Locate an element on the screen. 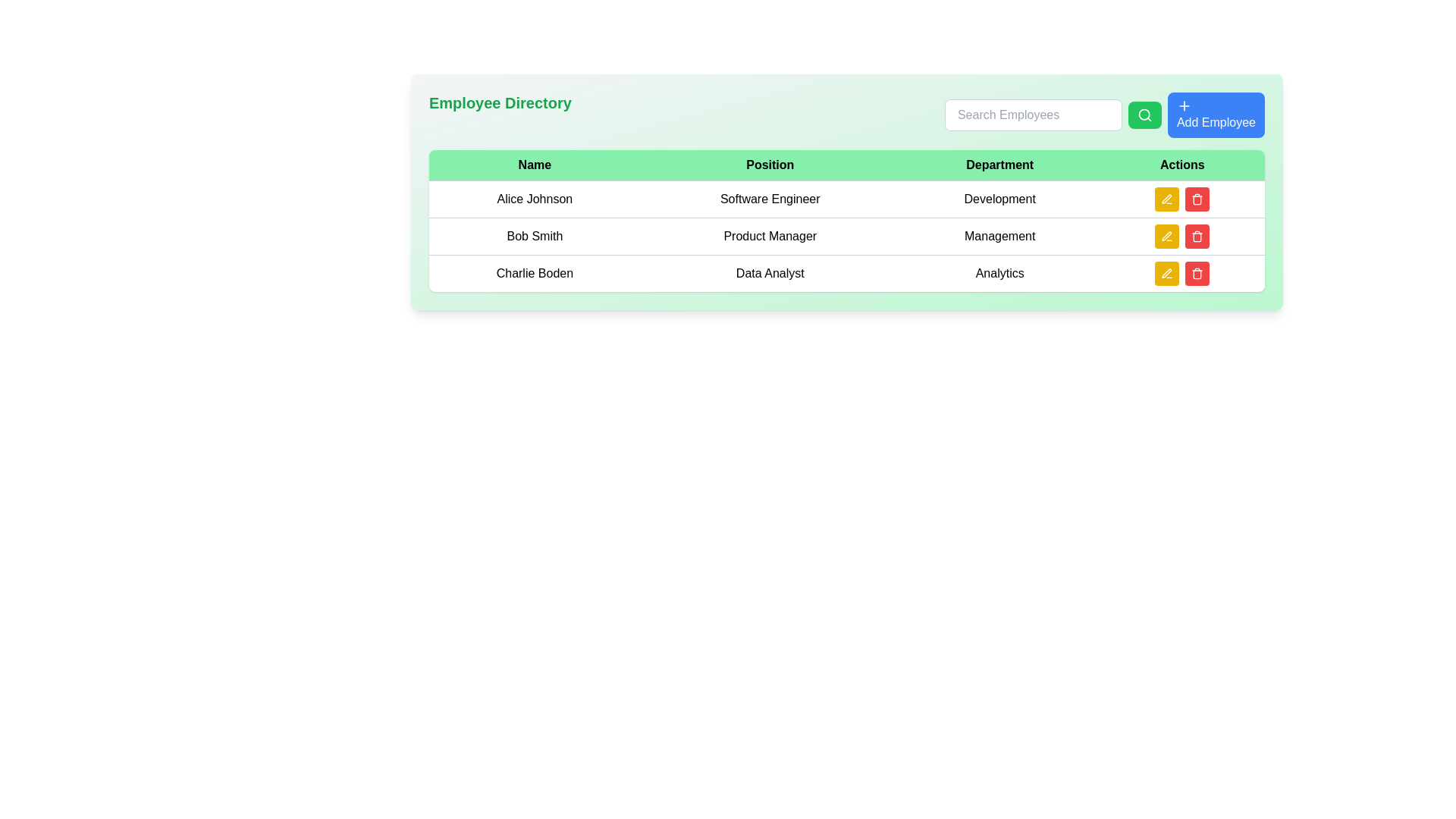  the label indicating the job title of the employee in the third row and second column of the Employee Directory, which is located next to 'Charlie Boden' and 'Analytics' is located at coordinates (770, 273).